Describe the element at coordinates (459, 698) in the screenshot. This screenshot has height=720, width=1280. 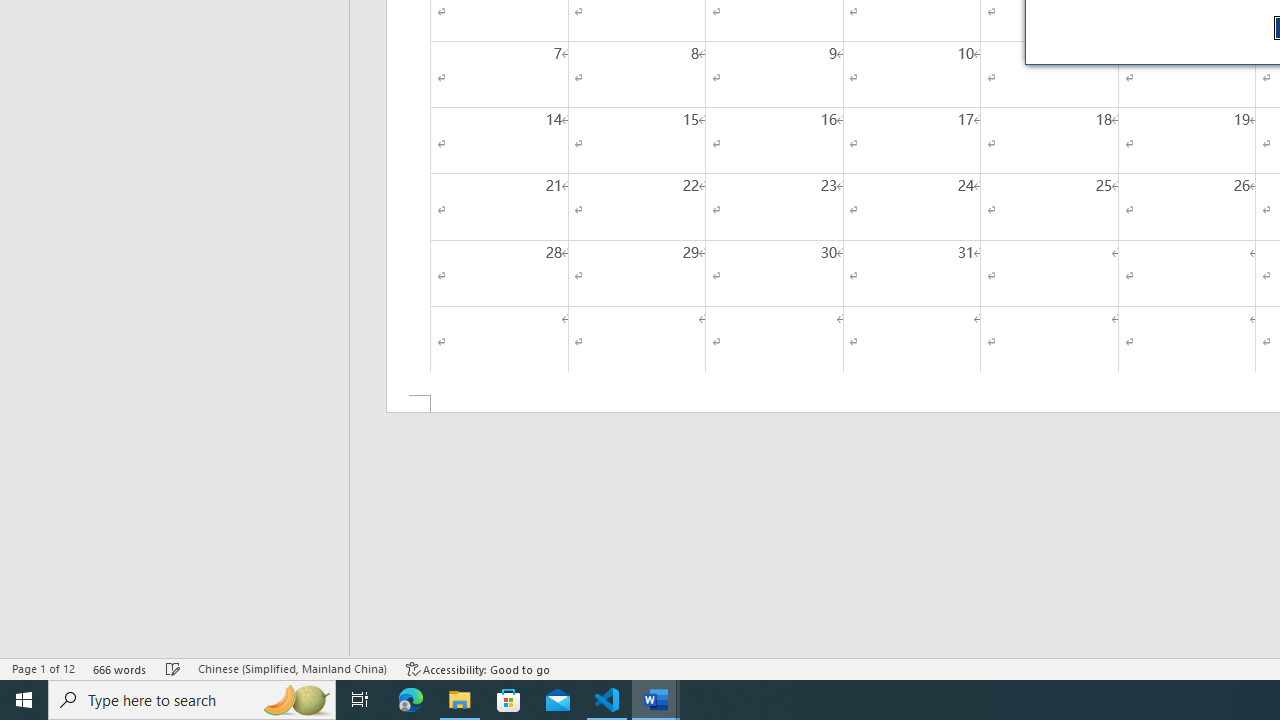
I see `'File Explorer - 1 running window'` at that location.